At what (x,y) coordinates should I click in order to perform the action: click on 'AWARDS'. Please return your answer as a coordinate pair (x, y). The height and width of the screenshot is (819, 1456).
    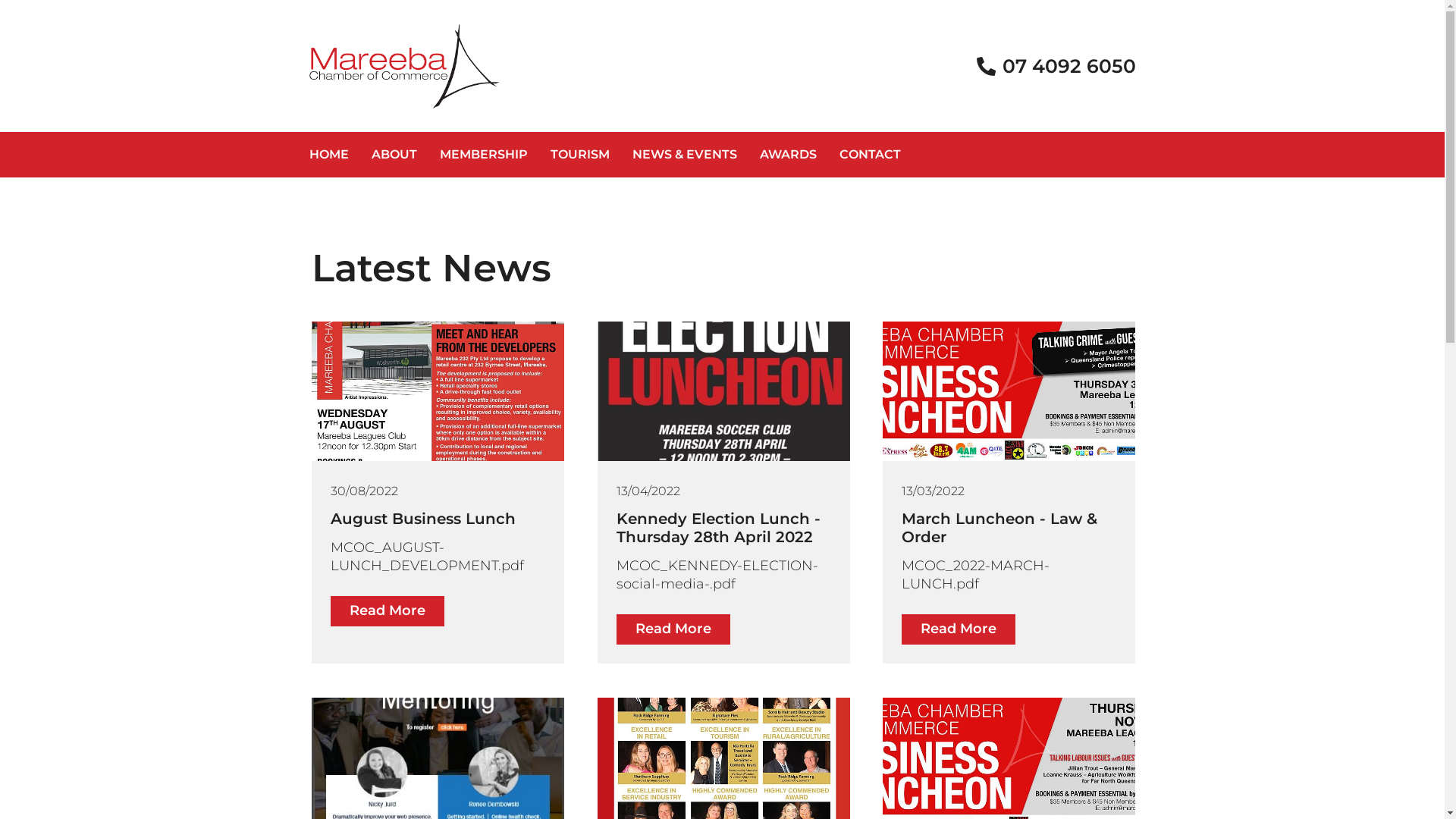
    Looking at the image, I should click on (787, 155).